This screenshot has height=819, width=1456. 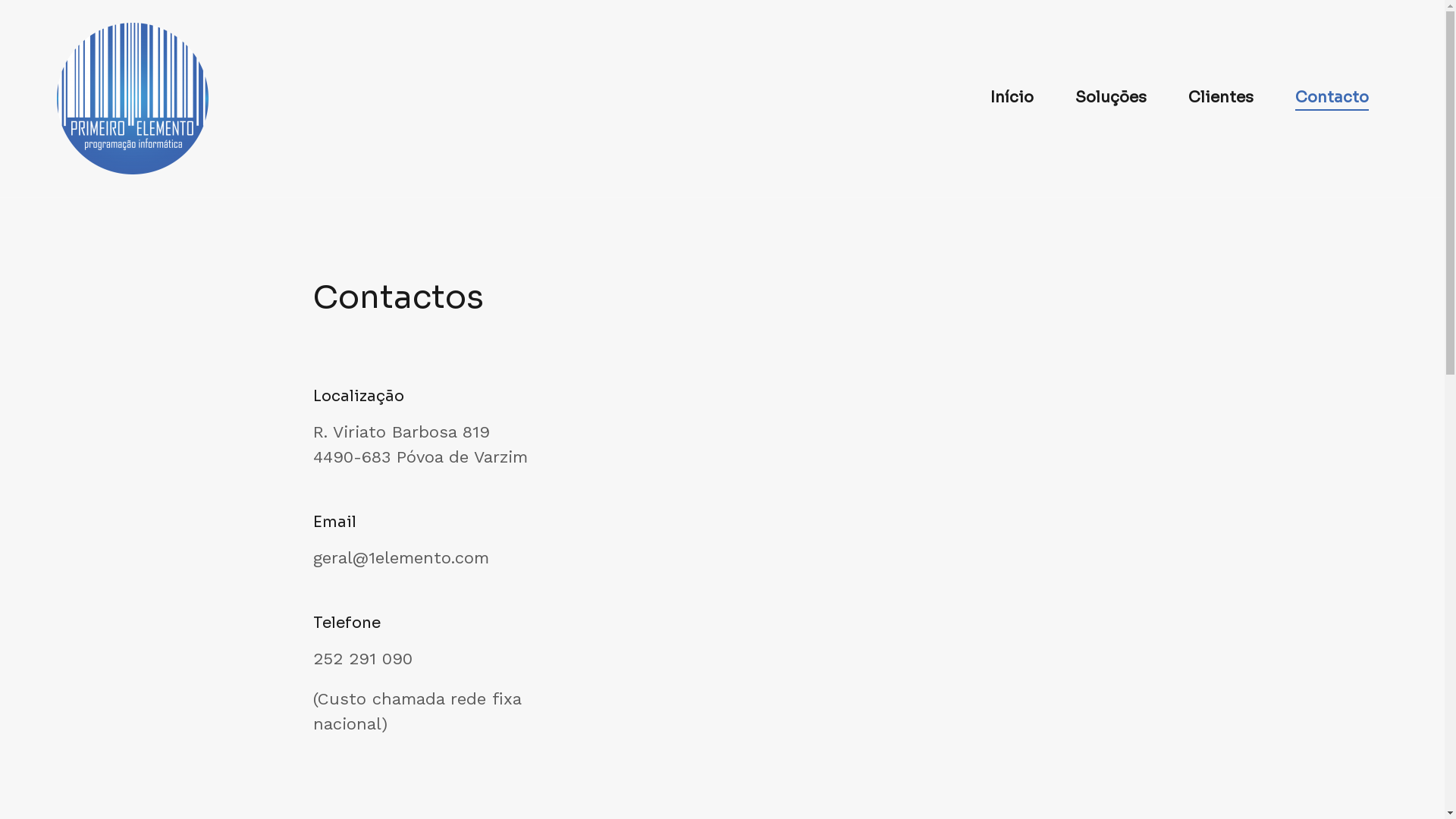 What do you see at coordinates (1331, 99) in the screenshot?
I see `'Contacto'` at bounding box center [1331, 99].